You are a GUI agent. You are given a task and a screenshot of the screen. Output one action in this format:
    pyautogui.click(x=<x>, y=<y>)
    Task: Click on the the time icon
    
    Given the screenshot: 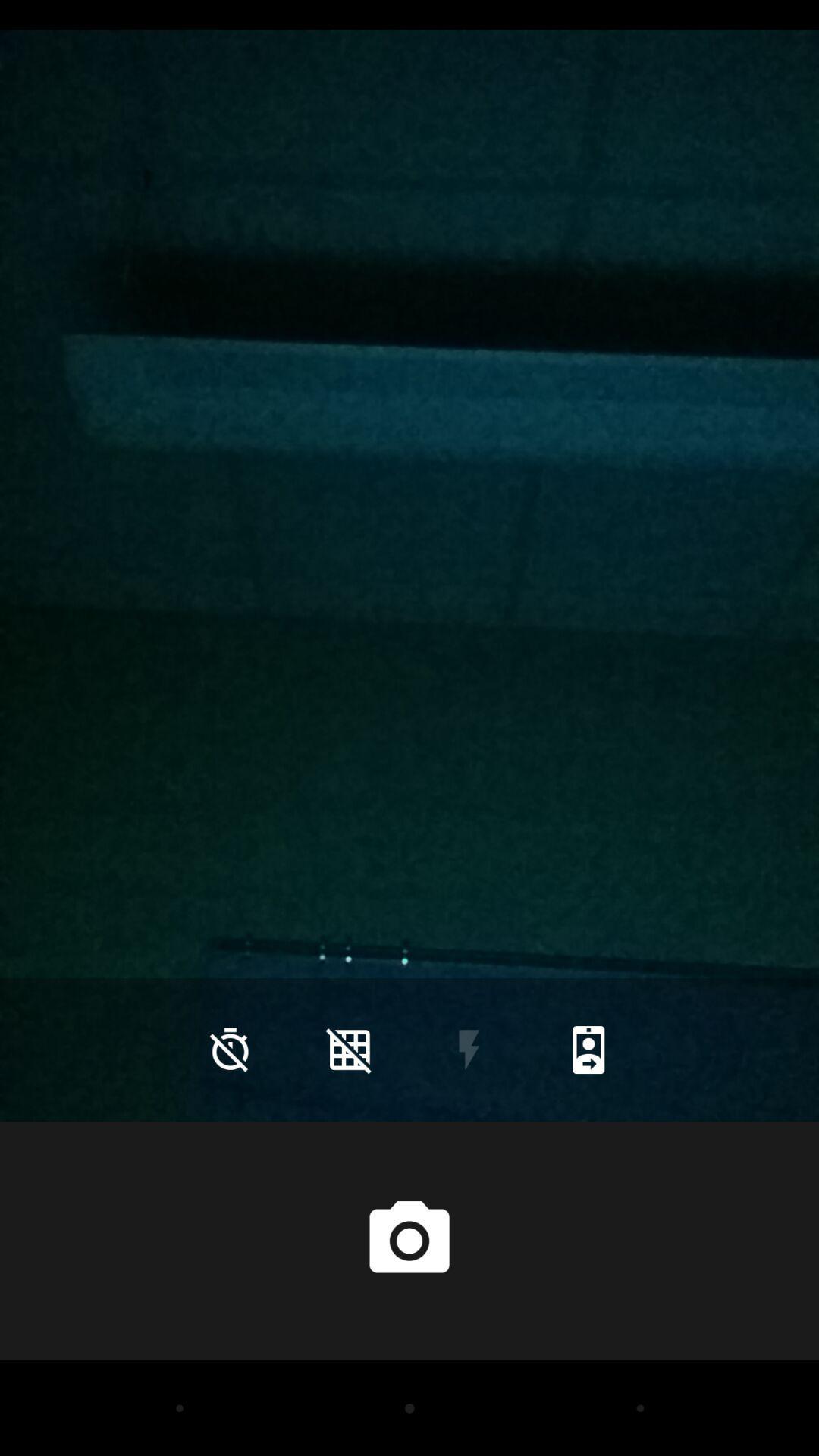 What is the action you would take?
    pyautogui.click(x=230, y=1049)
    